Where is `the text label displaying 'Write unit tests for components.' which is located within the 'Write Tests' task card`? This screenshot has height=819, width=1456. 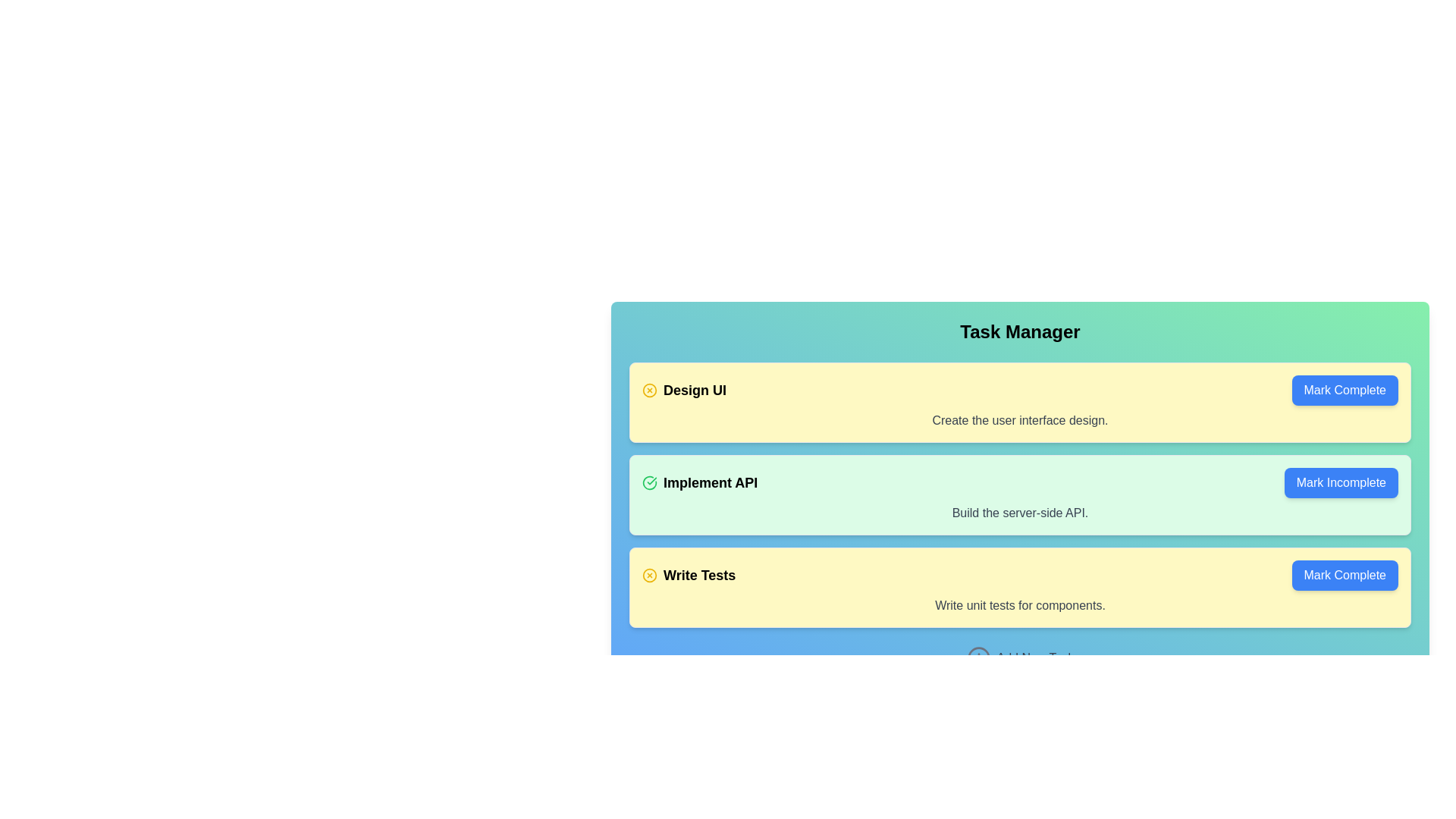 the text label displaying 'Write unit tests for components.' which is located within the 'Write Tests' task card is located at coordinates (1020, 604).